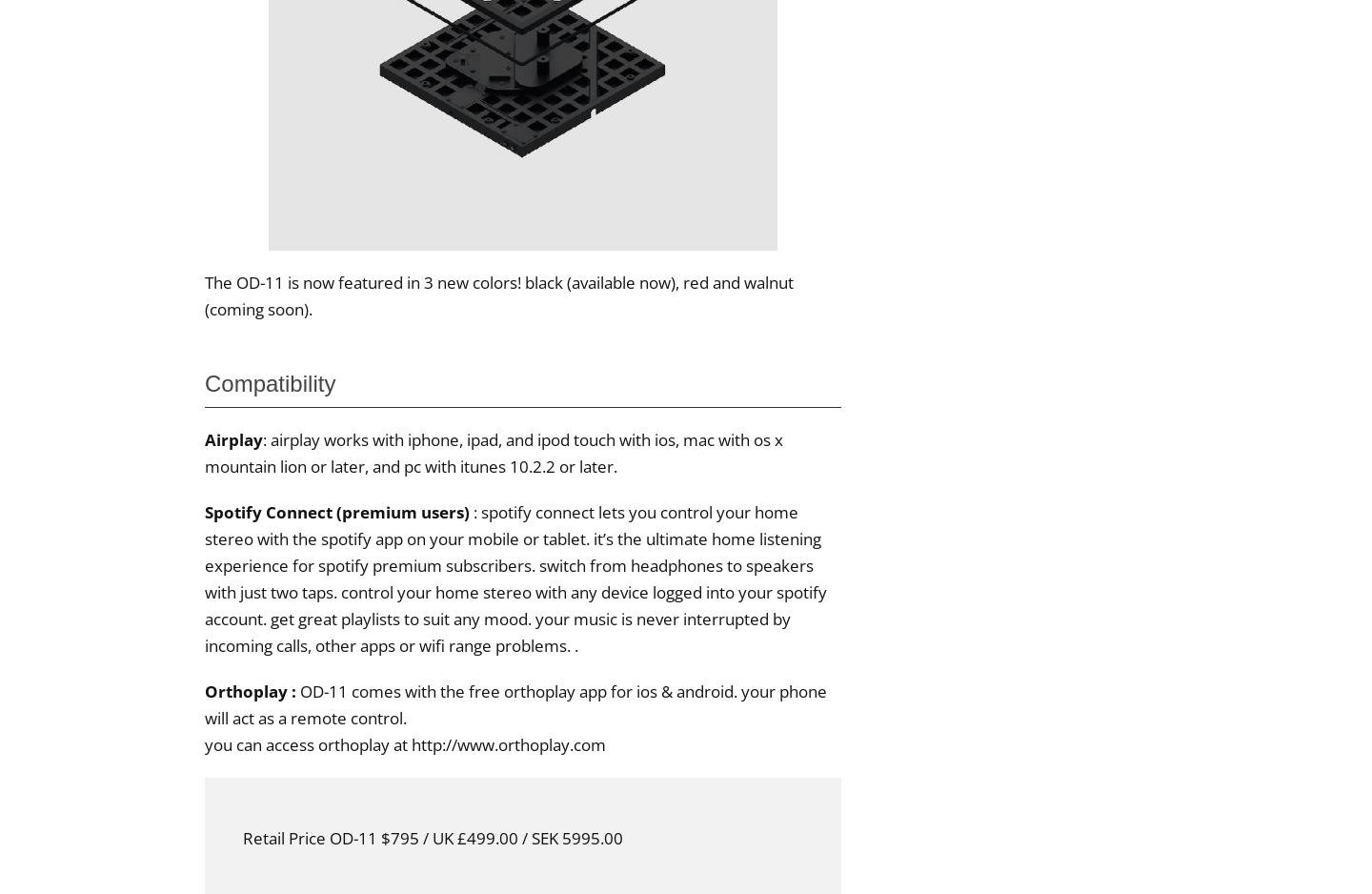 The width and height of the screenshot is (1372, 894). What do you see at coordinates (251, 689) in the screenshot?
I see `'Orthoplay :'` at bounding box center [251, 689].